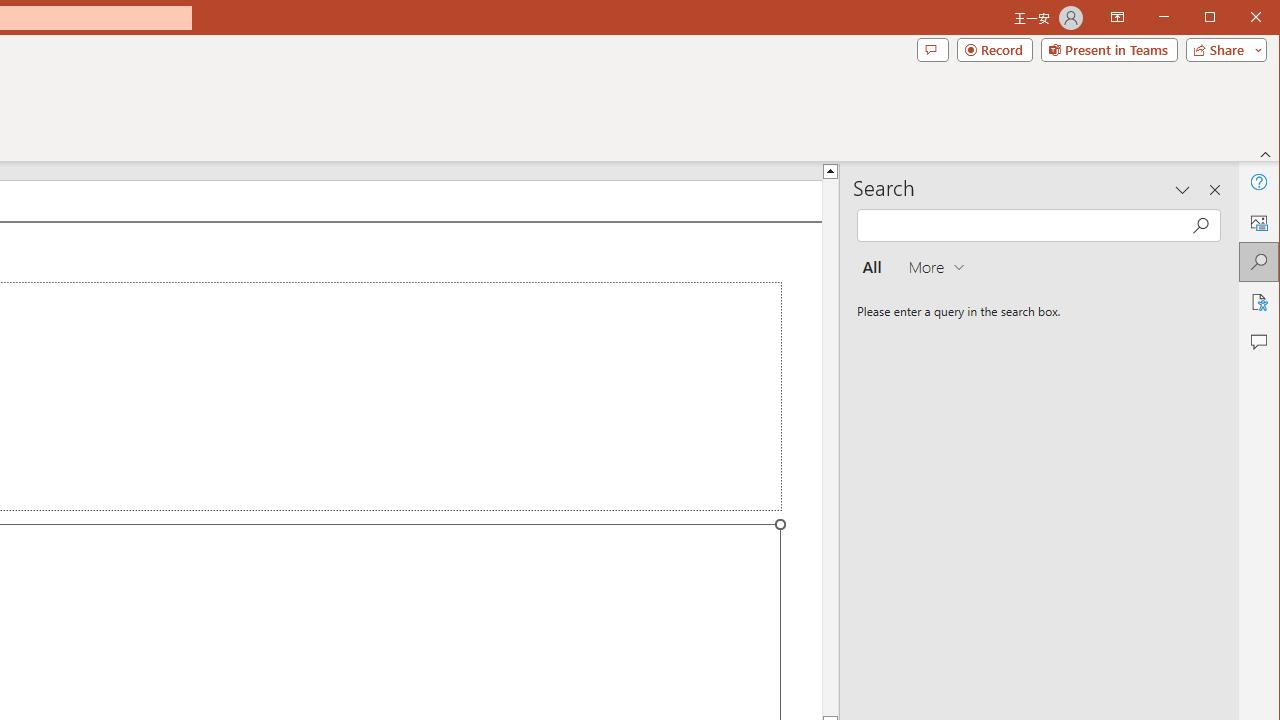 Image resolution: width=1280 pixels, height=720 pixels. Describe the element at coordinates (1257, 302) in the screenshot. I see `'Accessibility'` at that location.